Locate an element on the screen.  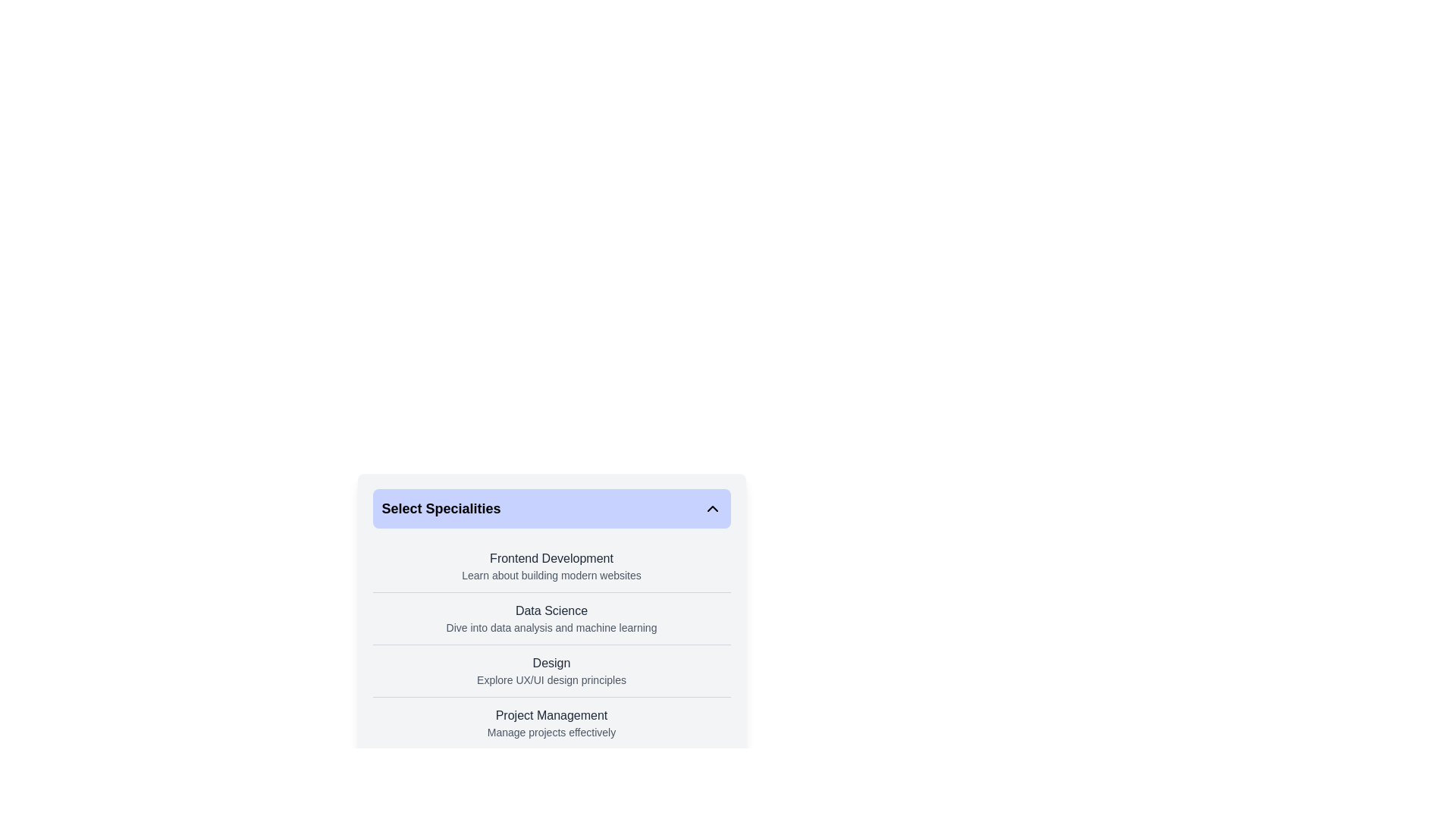
the 'Design' selectable menu option, which displays 'Design' in medium dark grey font and 'Explore UX/UI design principles' in lighter grey font, located in the dropdown menu titled 'Select Specialities' is located at coordinates (551, 670).